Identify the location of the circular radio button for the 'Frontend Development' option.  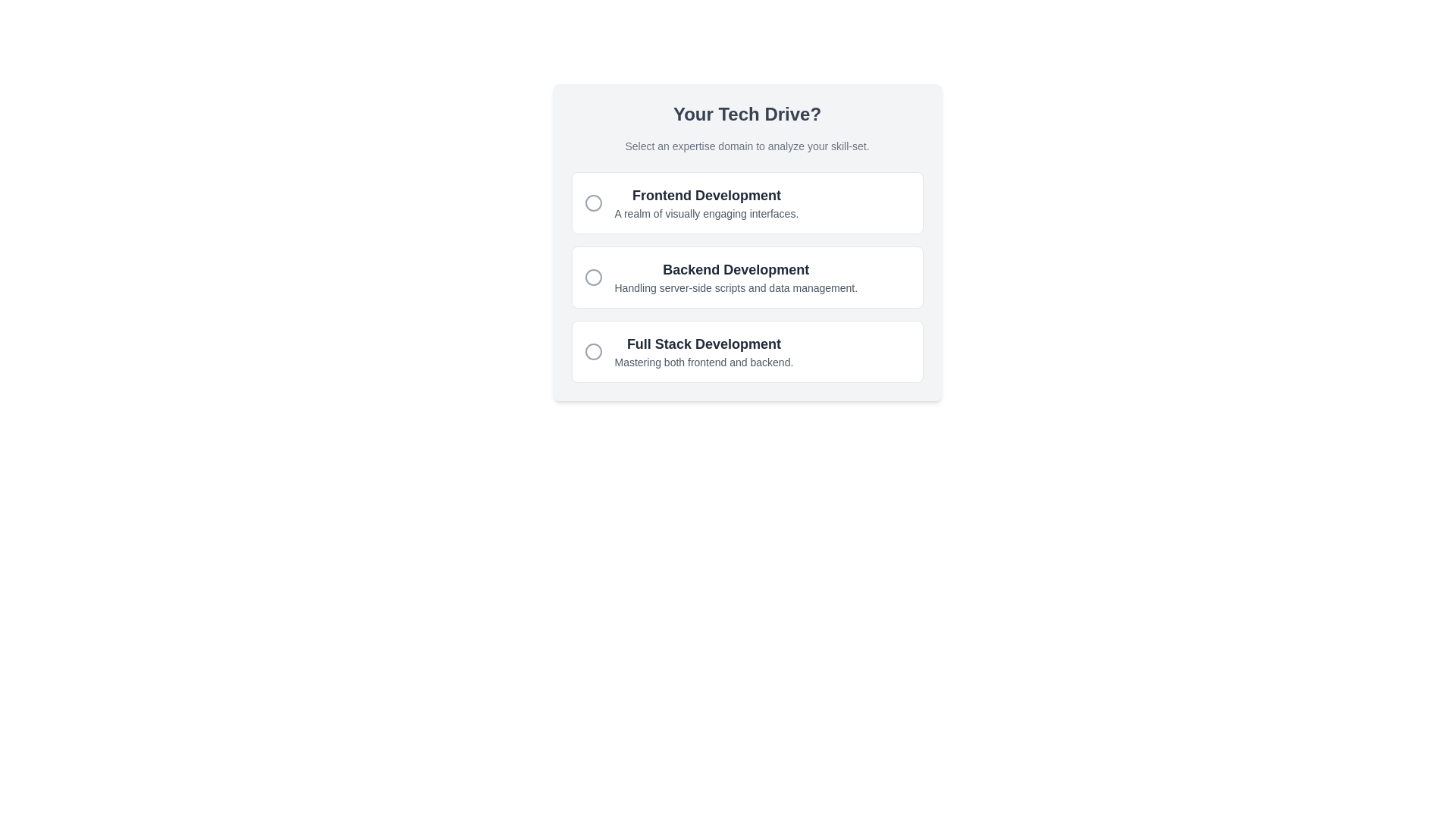
(592, 202).